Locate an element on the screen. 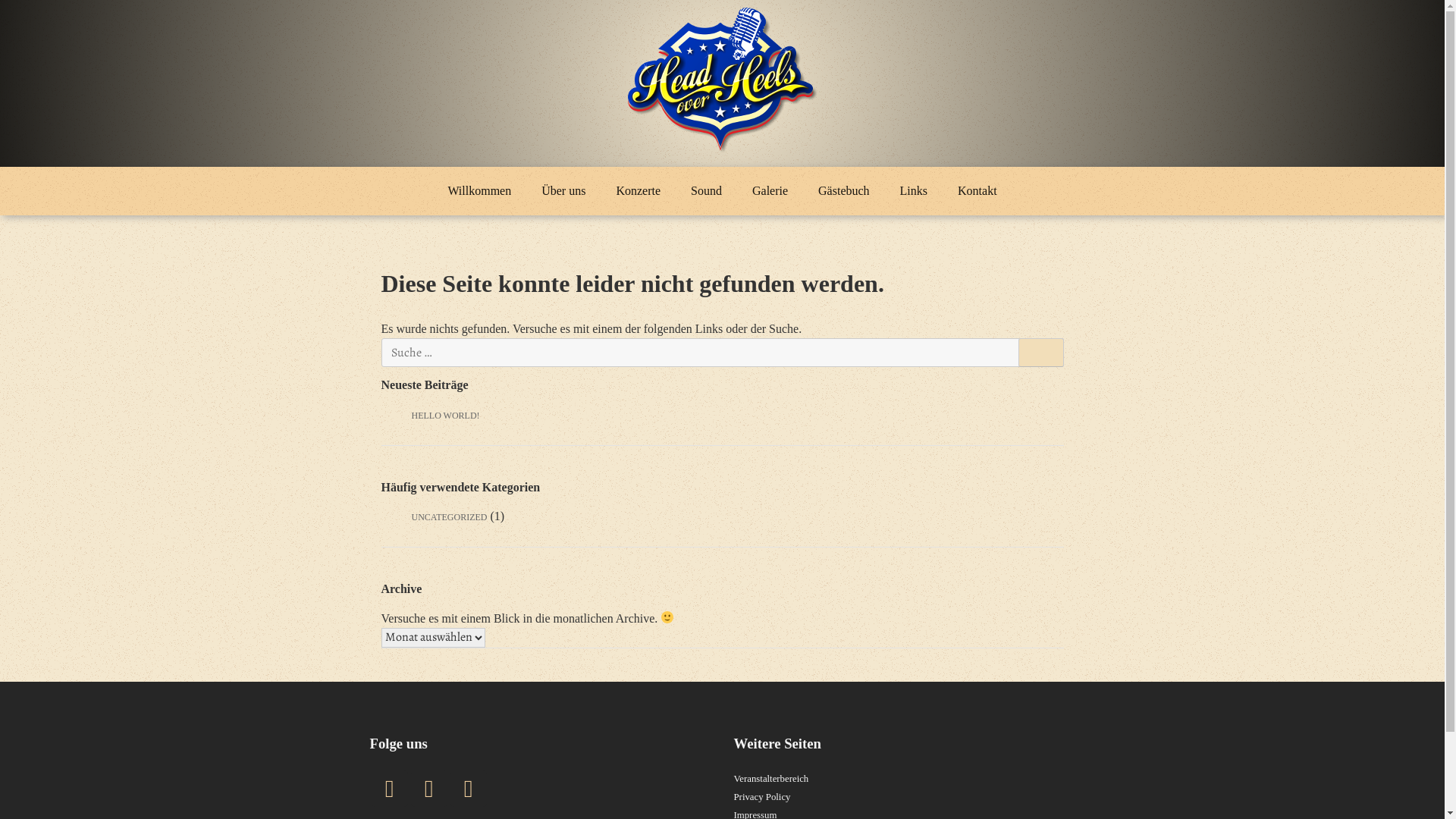 The height and width of the screenshot is (819, 1456). 'Galerie' is located at coordinates (736, 190).